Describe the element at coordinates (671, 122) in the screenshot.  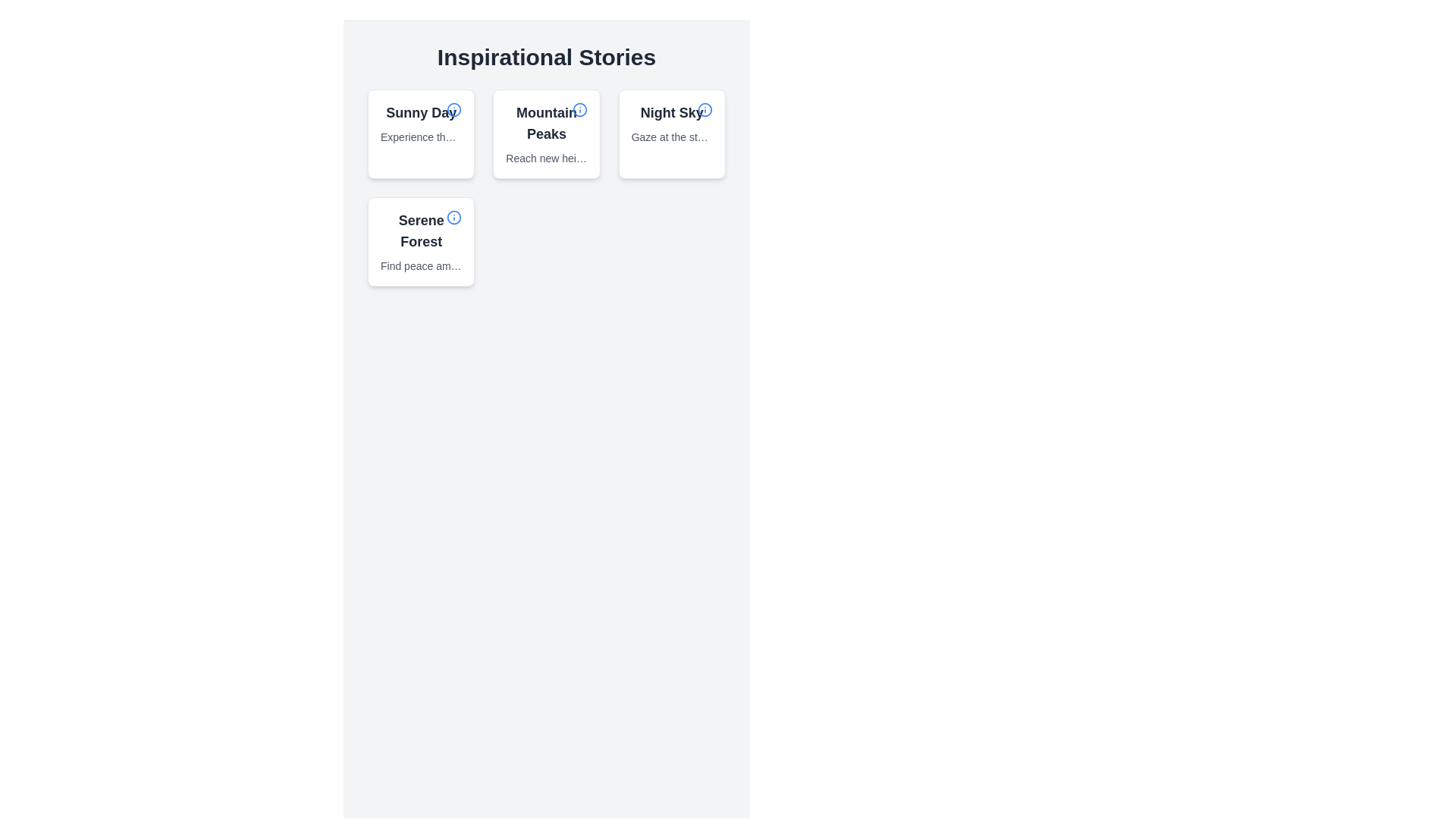
I see `the 'Night Sky' informational card located in the upper-right corner of the grid layout, which features a white background, rounded corners, and the text 'Gaze at the starry night and immerse in the cosmos.'` at that location.